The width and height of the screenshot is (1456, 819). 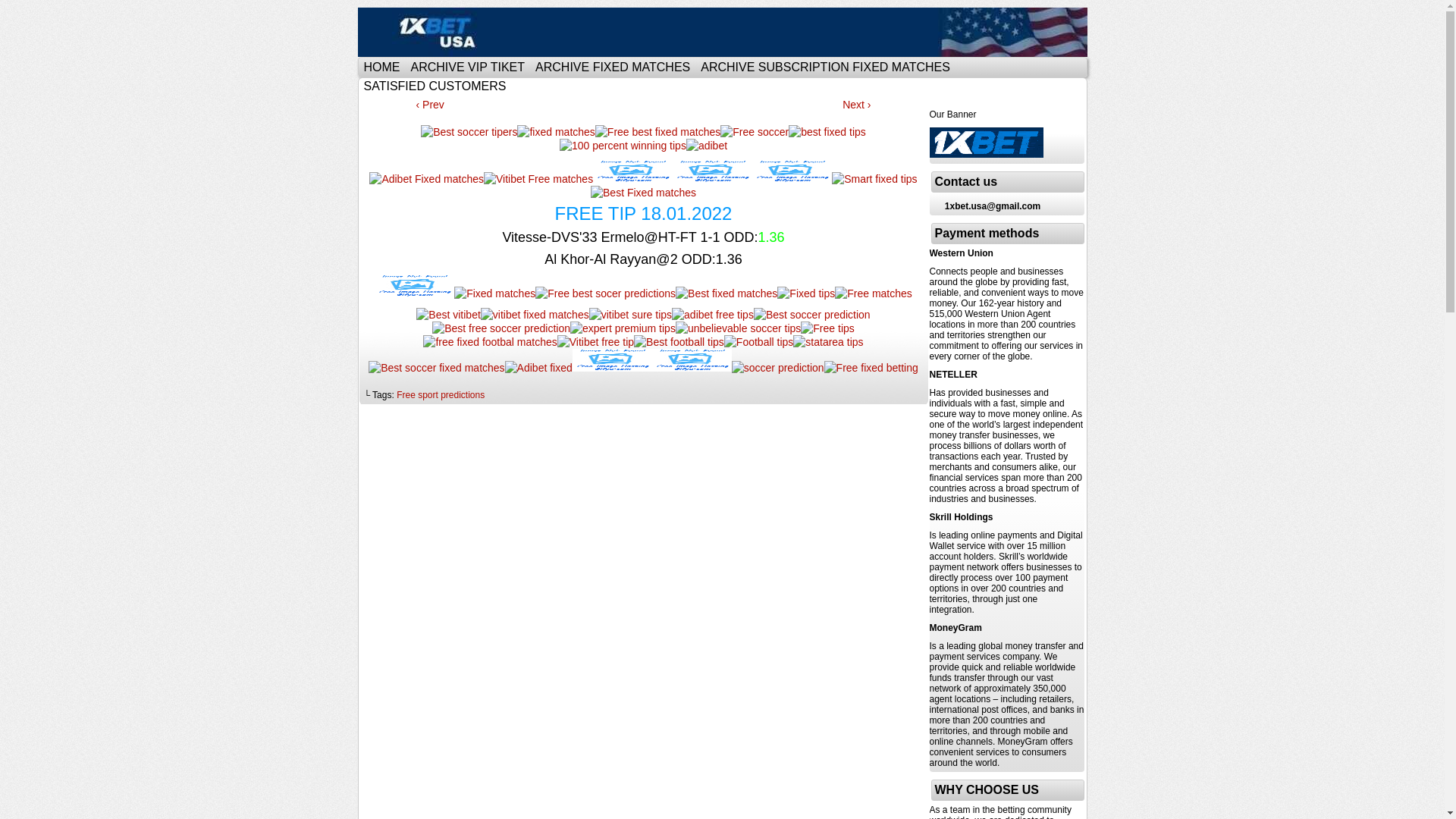 I want to click on 'Best vitibet', so click(x=416, y=314).